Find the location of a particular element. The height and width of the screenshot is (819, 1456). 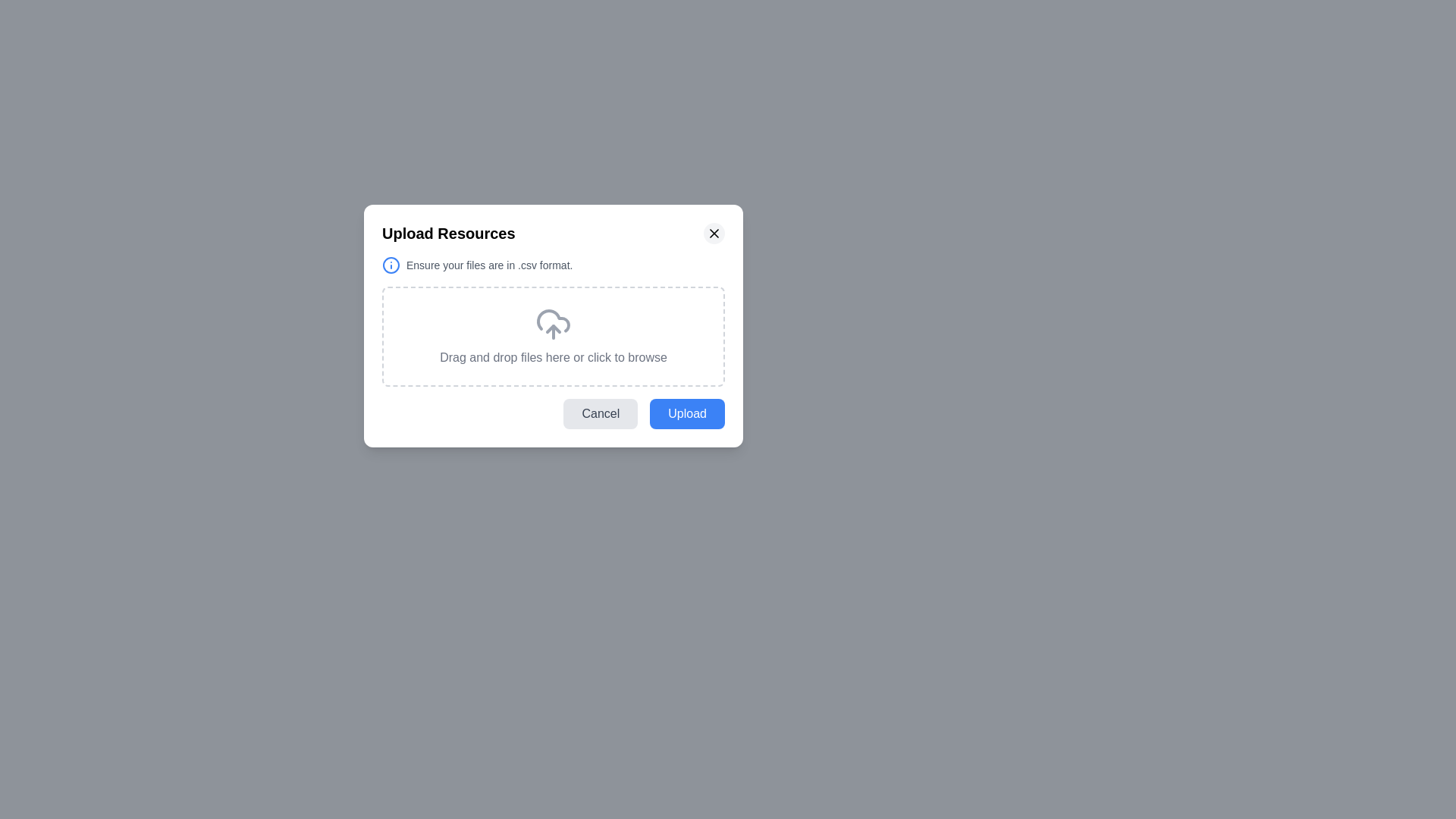

the informational tooltip icon located in the lower-left corner of the 'Upload Resources' modal dialog, which is positioned before the text 'Ensure your files are in .csv format.' is located at coordinates (391, 265).